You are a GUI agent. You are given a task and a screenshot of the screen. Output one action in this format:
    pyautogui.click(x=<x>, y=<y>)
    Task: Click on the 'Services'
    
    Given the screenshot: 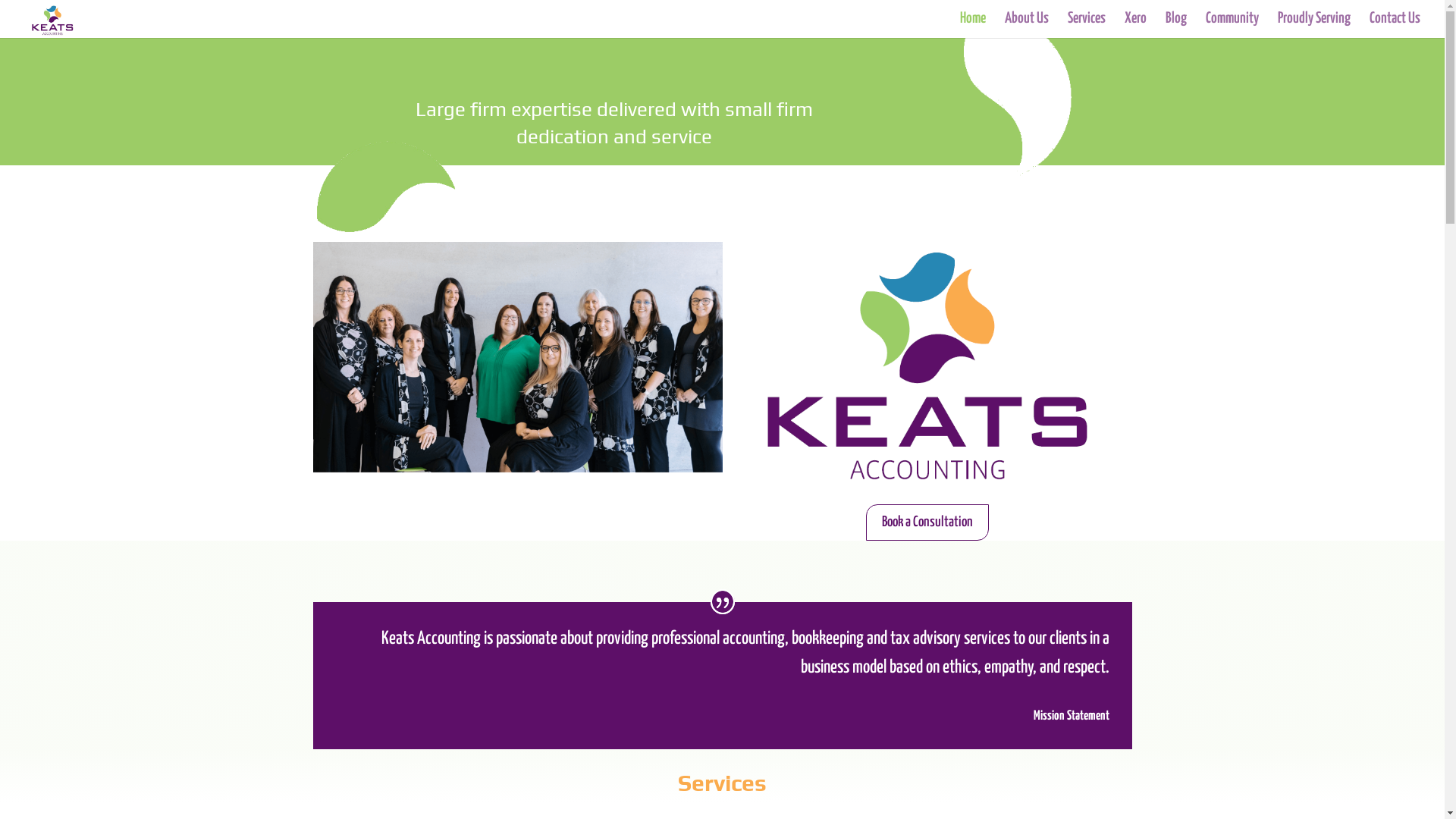 What is the action you would take?
    pyautogui.click(x=721, y=783)
    